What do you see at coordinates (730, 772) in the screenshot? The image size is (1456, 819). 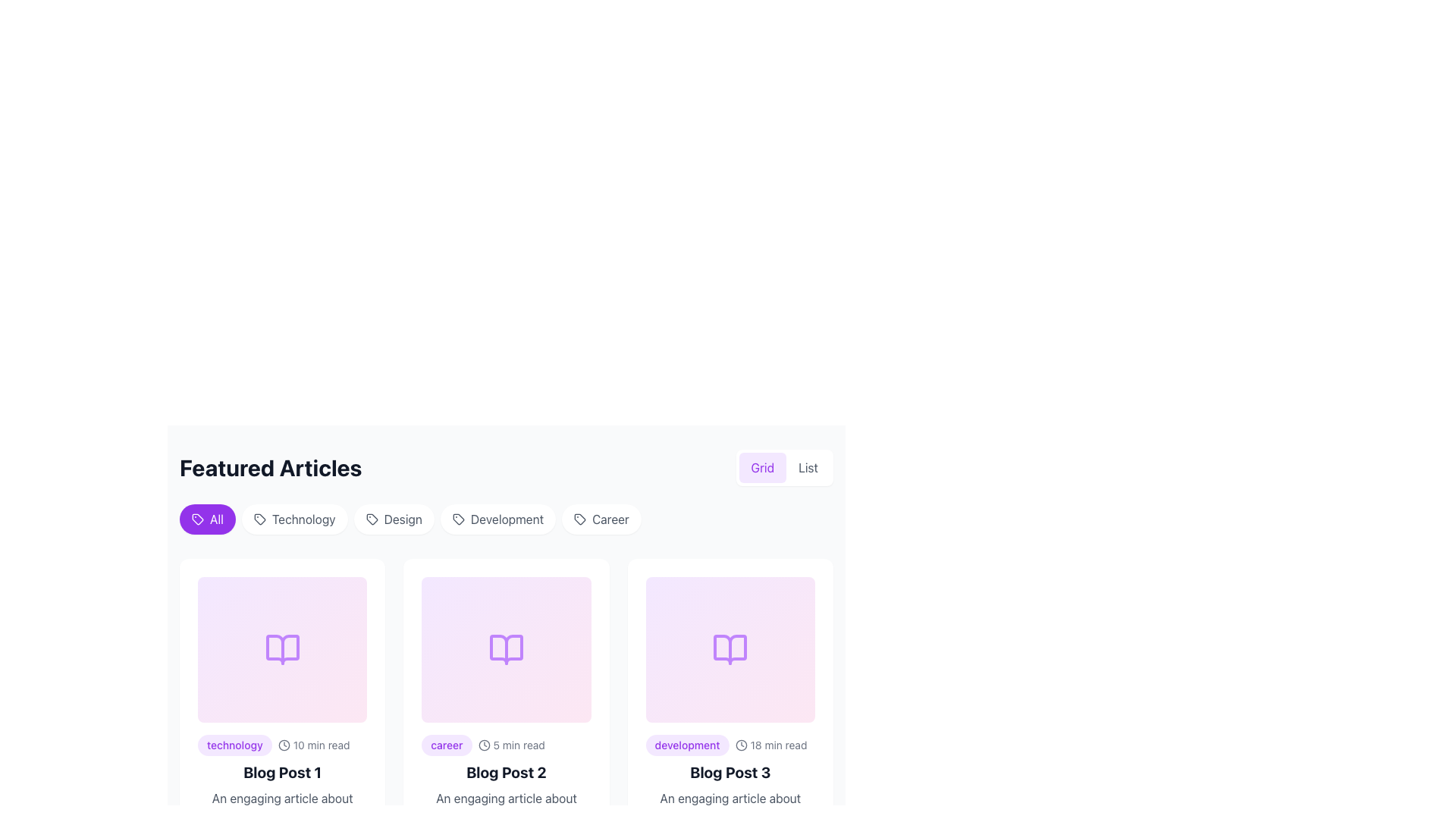 I see `text displayed in the title 'Blog Post 3', which is prominently featured in a bold and large font style in dark gray color within the third content card` at bounding box center [730, 772].